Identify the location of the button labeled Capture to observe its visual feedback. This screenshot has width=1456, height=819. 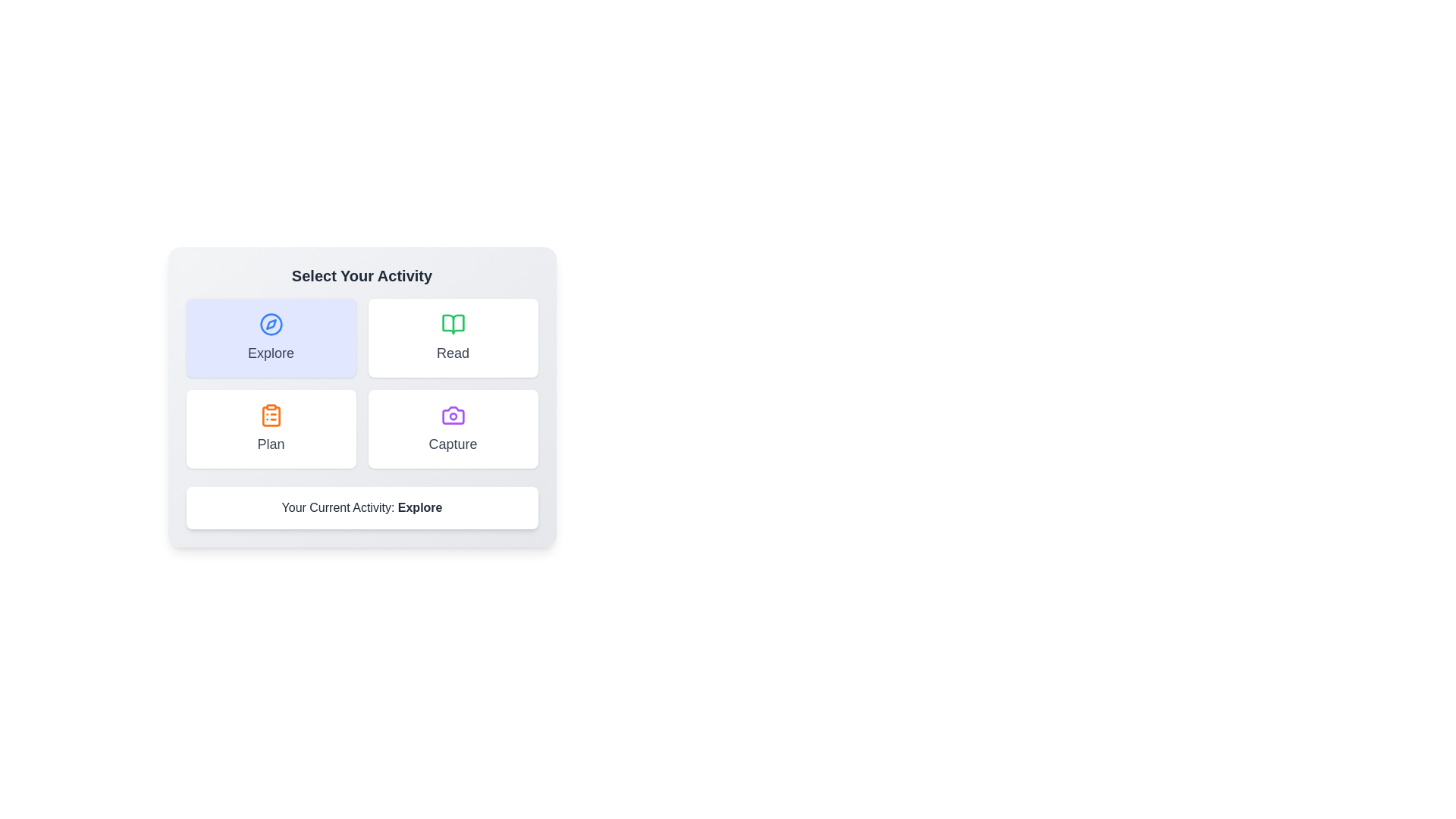
(452, 429).